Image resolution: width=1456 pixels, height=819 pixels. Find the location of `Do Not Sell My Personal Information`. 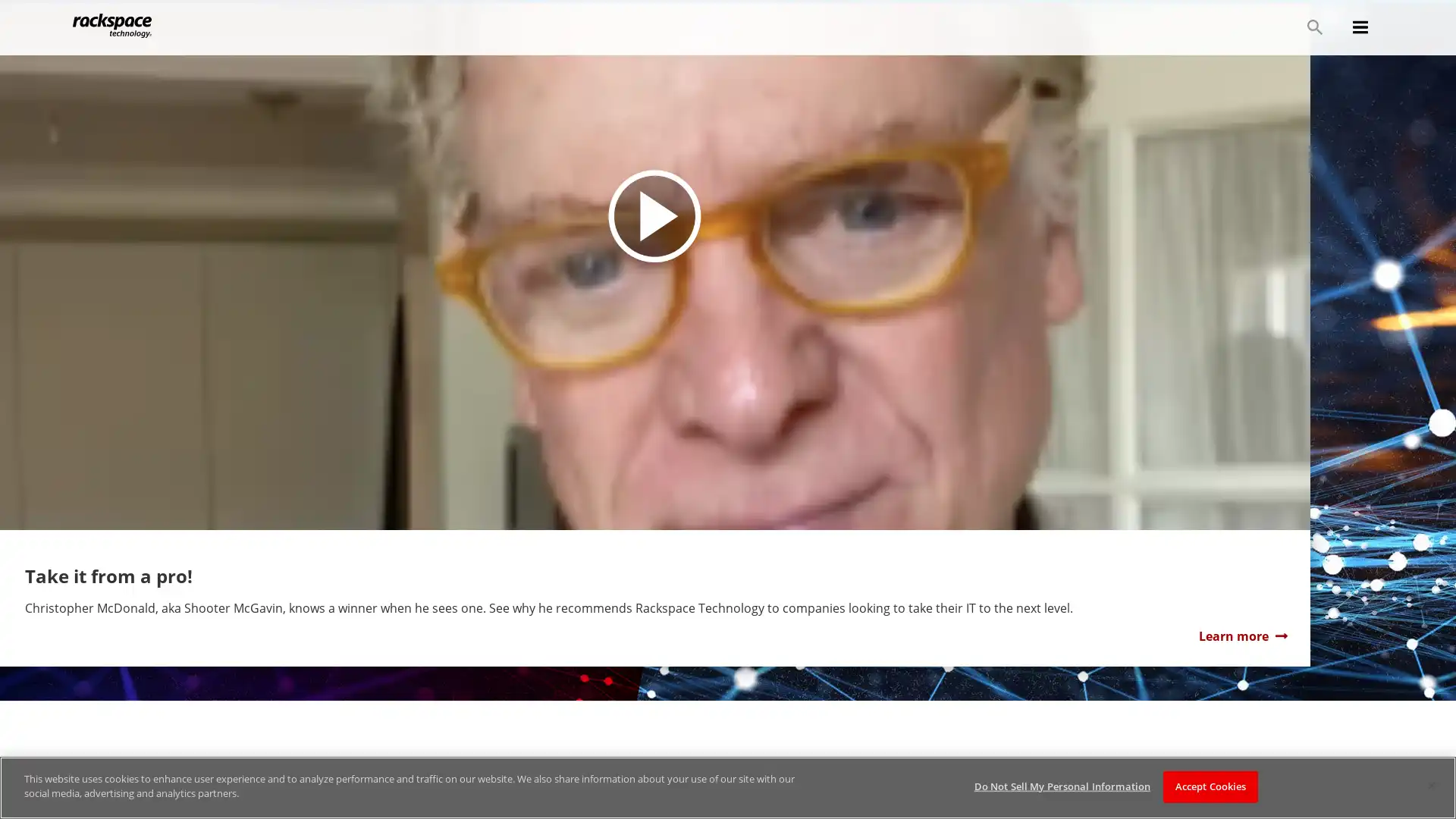

Do Not Sell My Personal Information is located at coordinates (1061, 786).